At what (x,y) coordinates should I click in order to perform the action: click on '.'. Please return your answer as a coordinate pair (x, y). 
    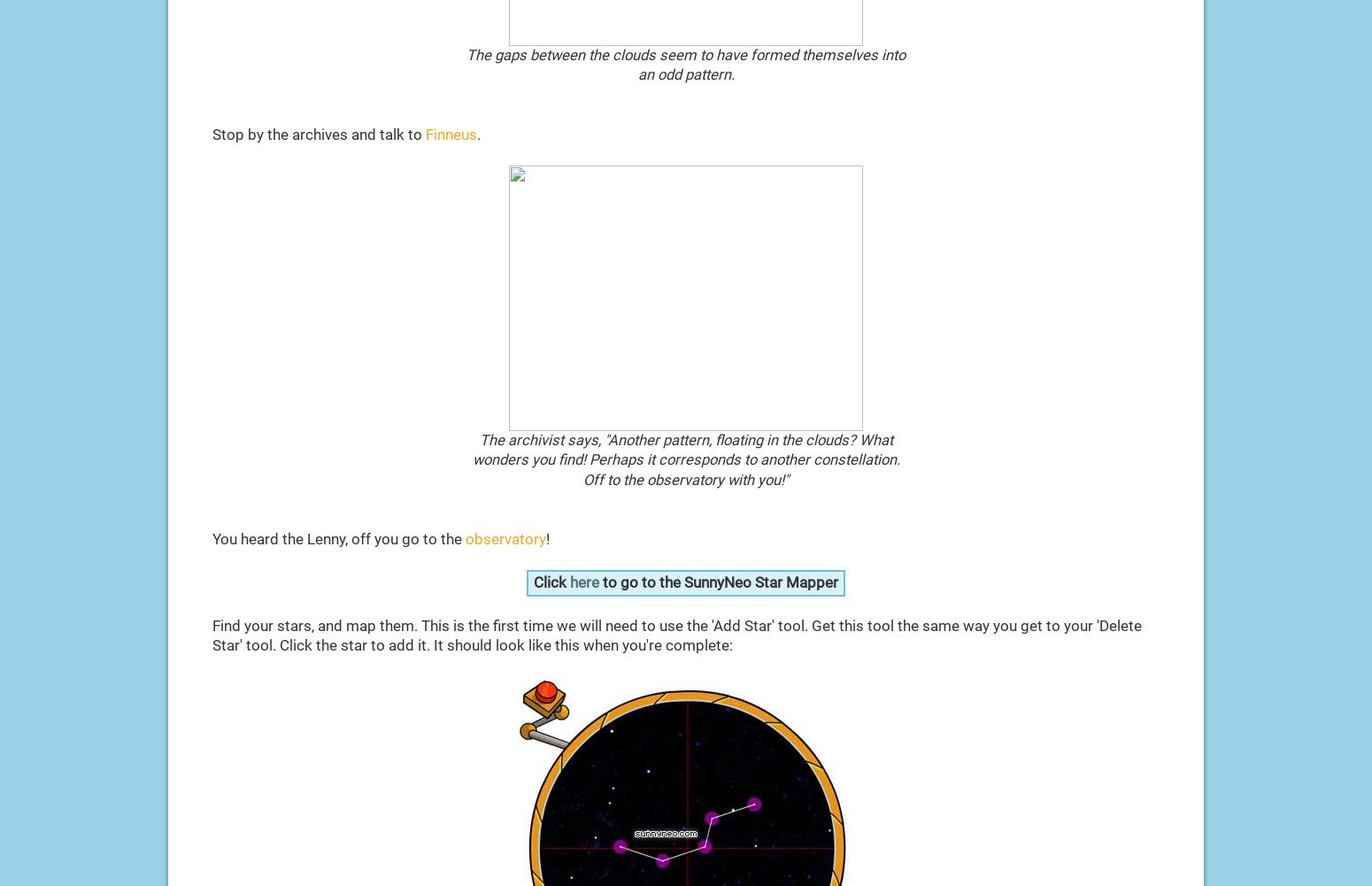
    Looking at the image, I should click on (477, 134).